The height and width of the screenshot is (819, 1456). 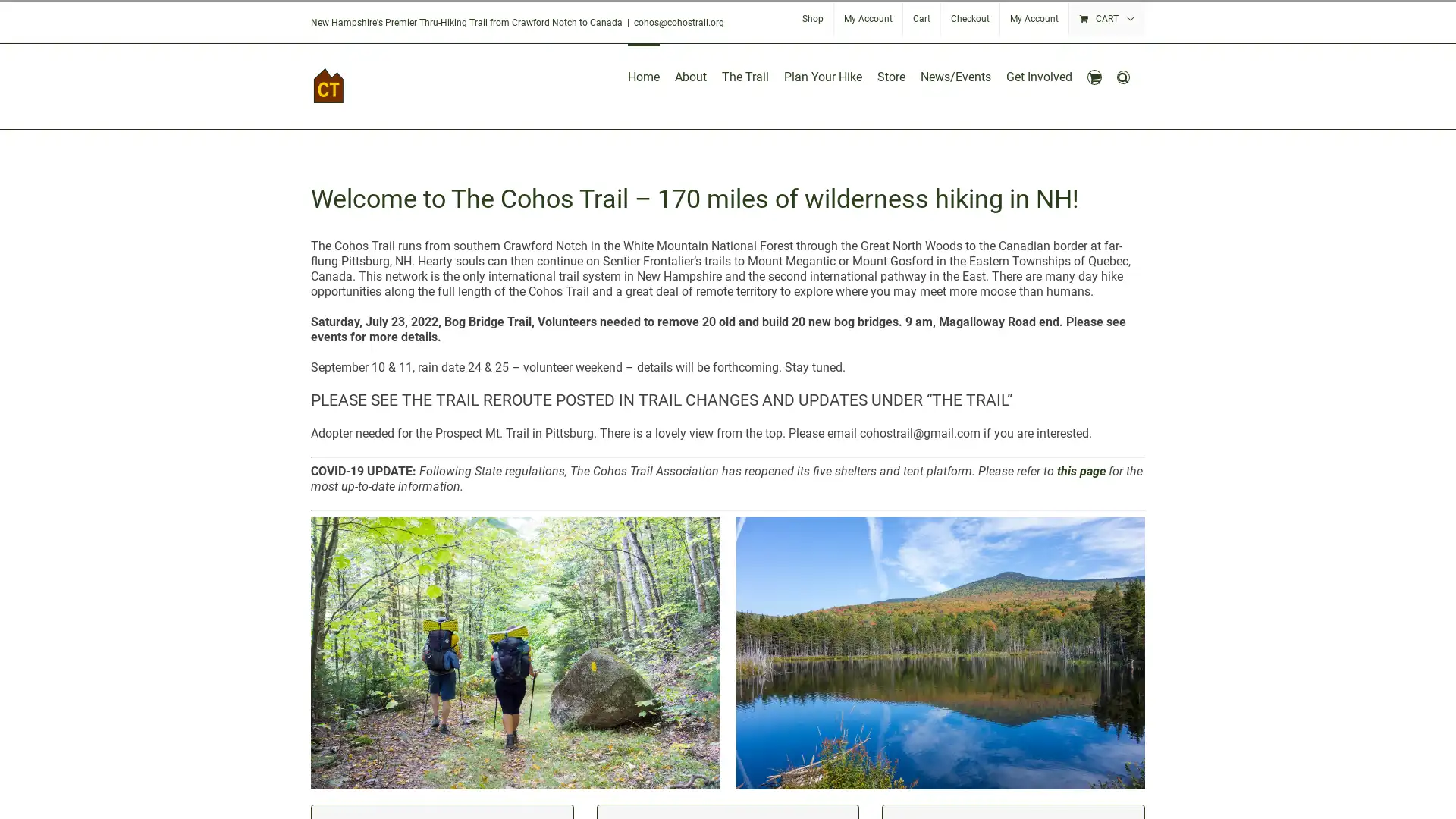 I want to click on Search, so click(x=1123, y=76).